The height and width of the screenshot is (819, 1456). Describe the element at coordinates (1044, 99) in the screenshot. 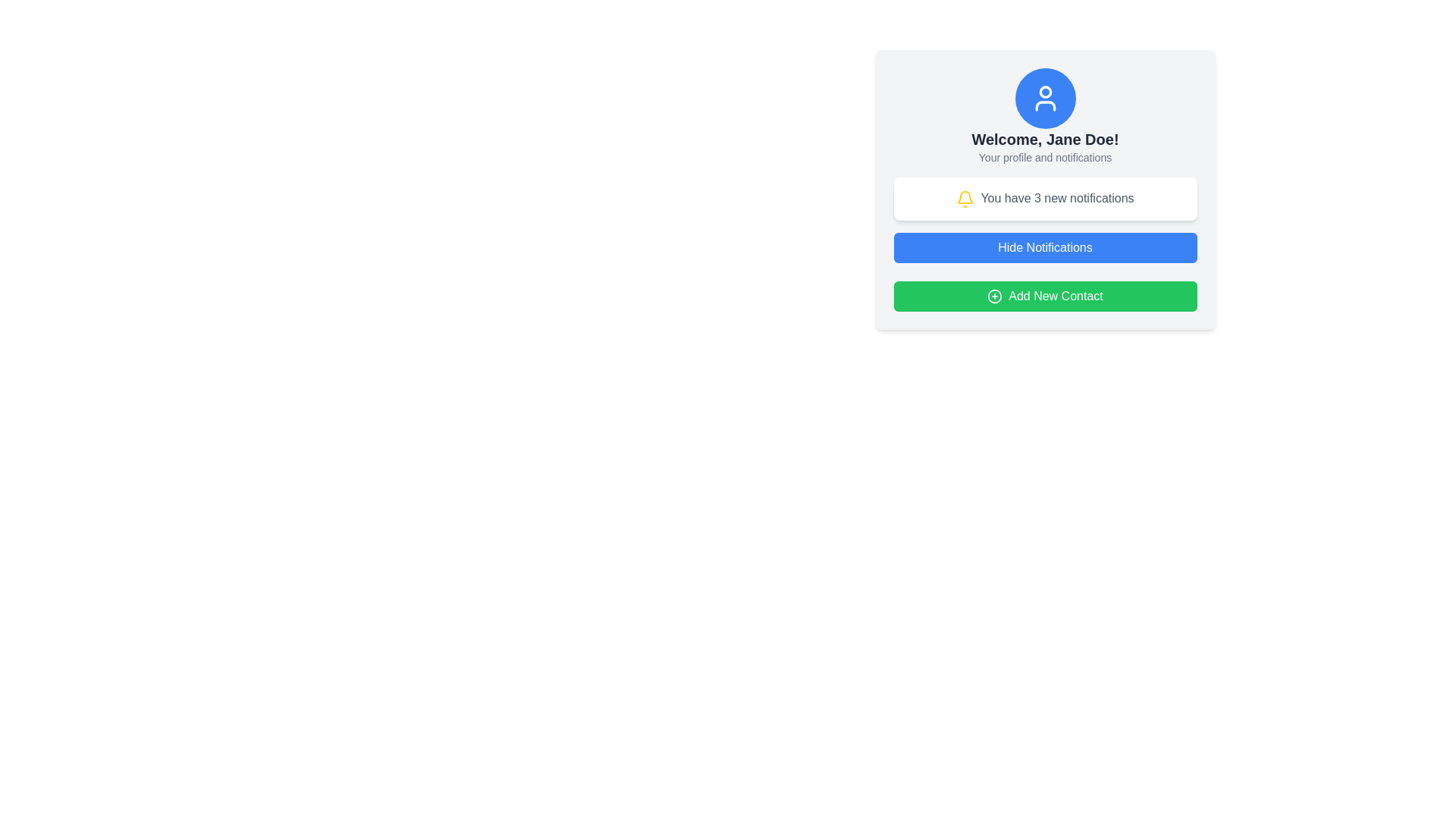

I see `the circular avatar icon with a blue background and white person silhouette located at the top-center of the profile card titled 'Welcome, Jane Doe! Your profile and notifications.'` at that location.